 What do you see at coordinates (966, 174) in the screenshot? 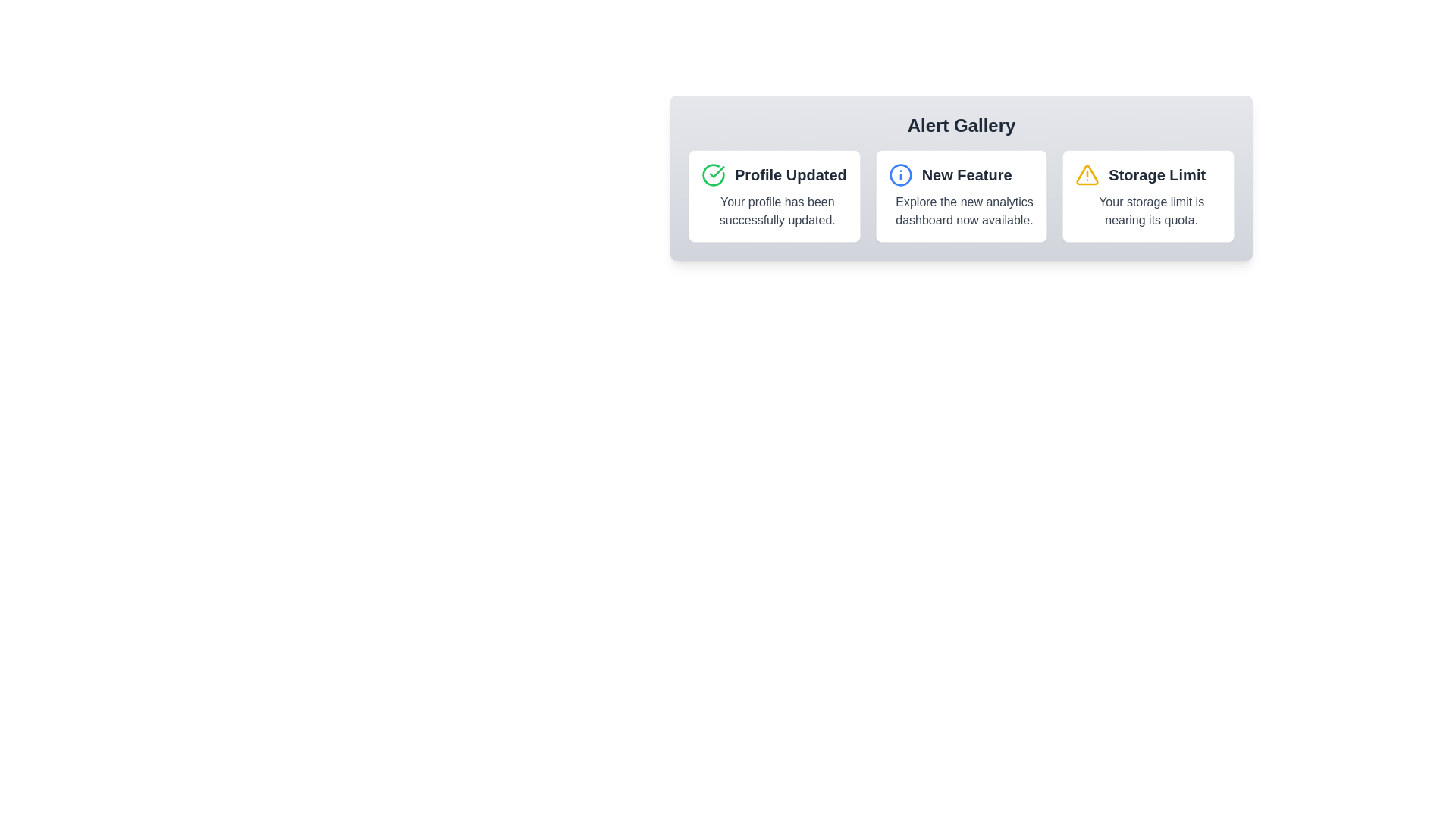
I see `text label that serves as a title in the 'Alert Gallery' card layout, positioned centrally with an information icon preceding it` at bounding box center [966, 174].